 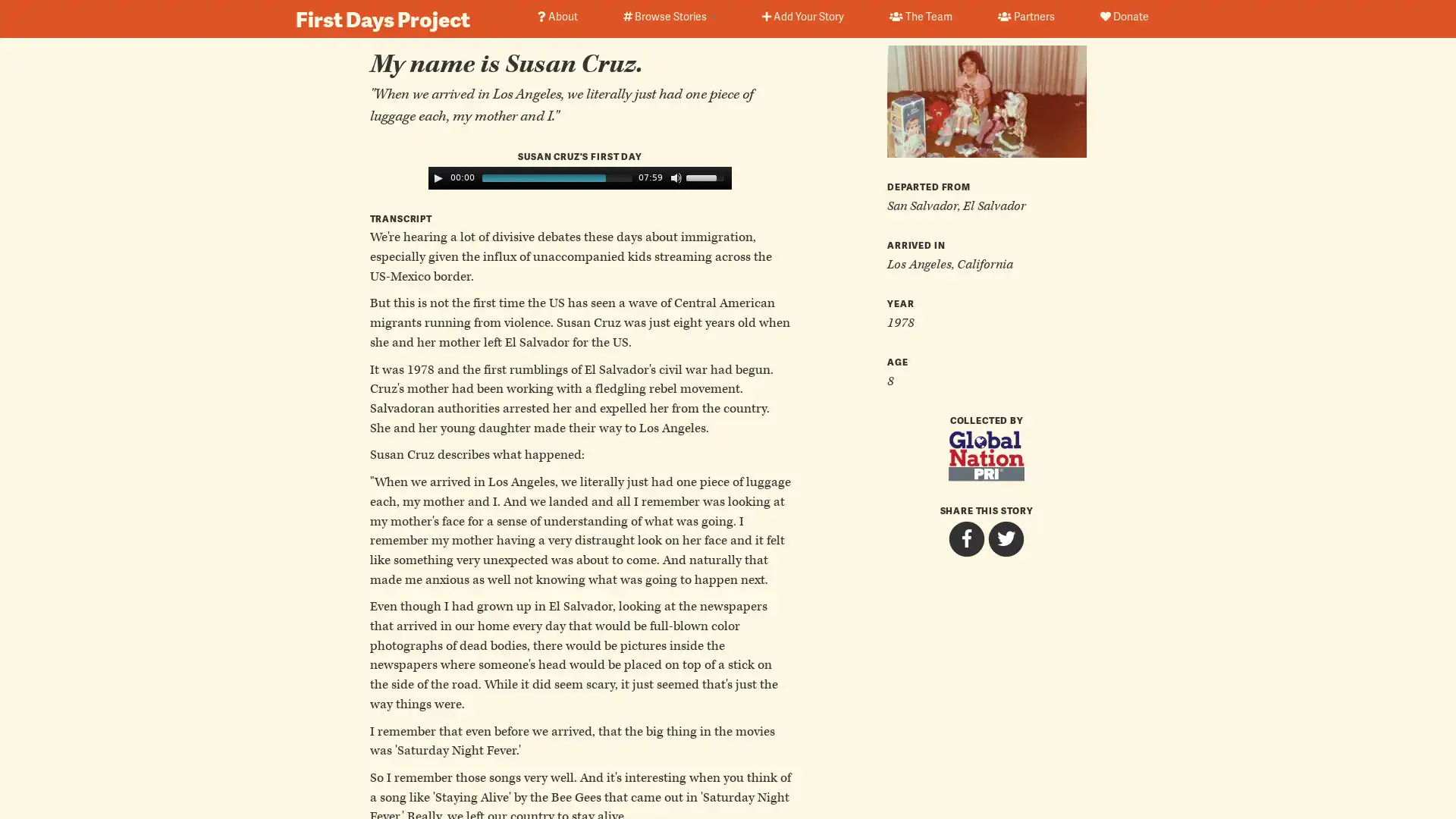 What do you see at coordinates (676, 177) in the screenshot?
I see `Mute Toggle` at bounding box center [676, 177].